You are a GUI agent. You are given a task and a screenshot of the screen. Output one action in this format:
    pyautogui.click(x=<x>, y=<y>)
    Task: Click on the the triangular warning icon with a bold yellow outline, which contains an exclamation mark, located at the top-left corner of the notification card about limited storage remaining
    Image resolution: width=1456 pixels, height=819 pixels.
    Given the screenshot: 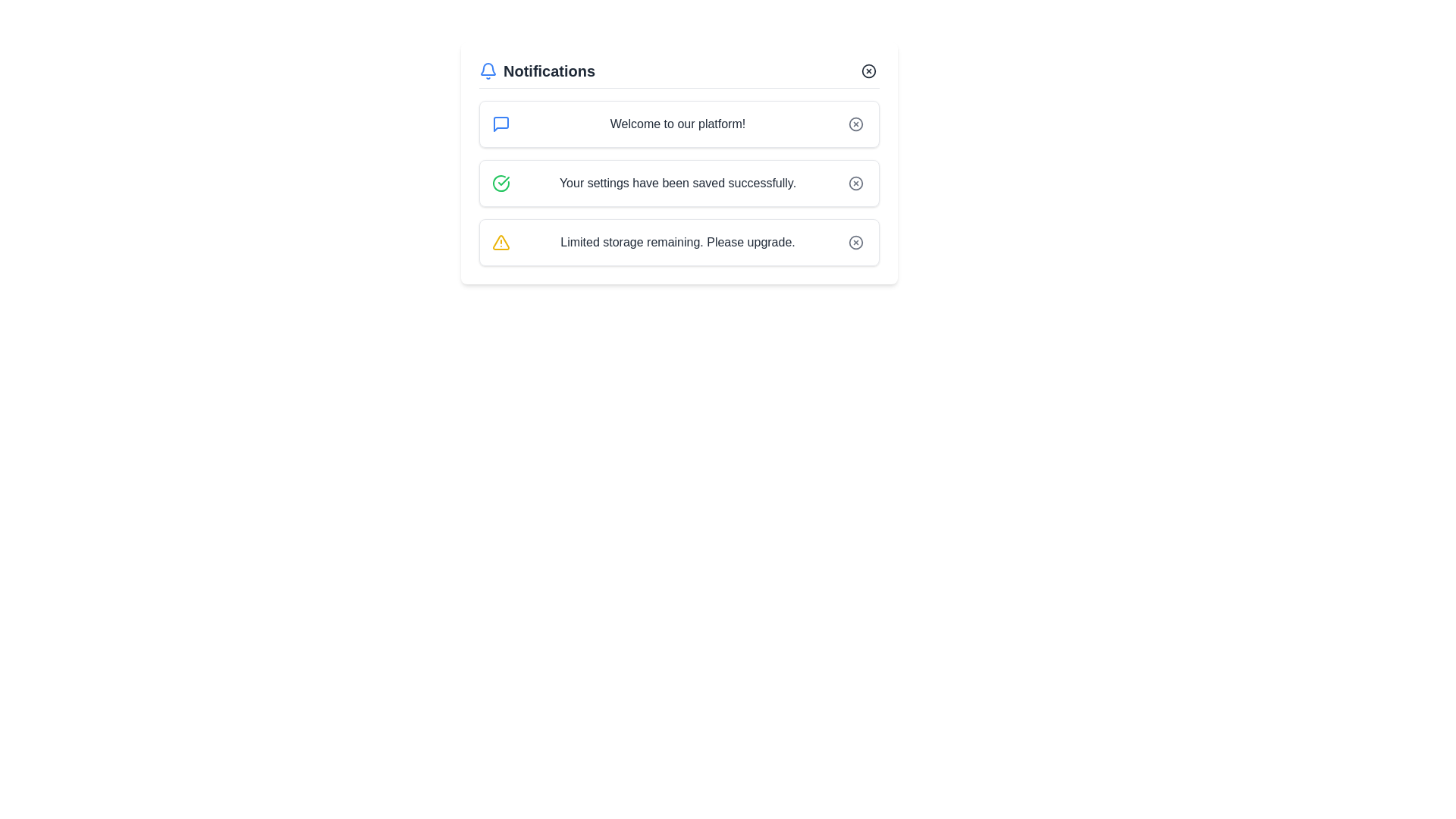 What is the action you would take?
    pyautogui.click(x=501, y=242)
    